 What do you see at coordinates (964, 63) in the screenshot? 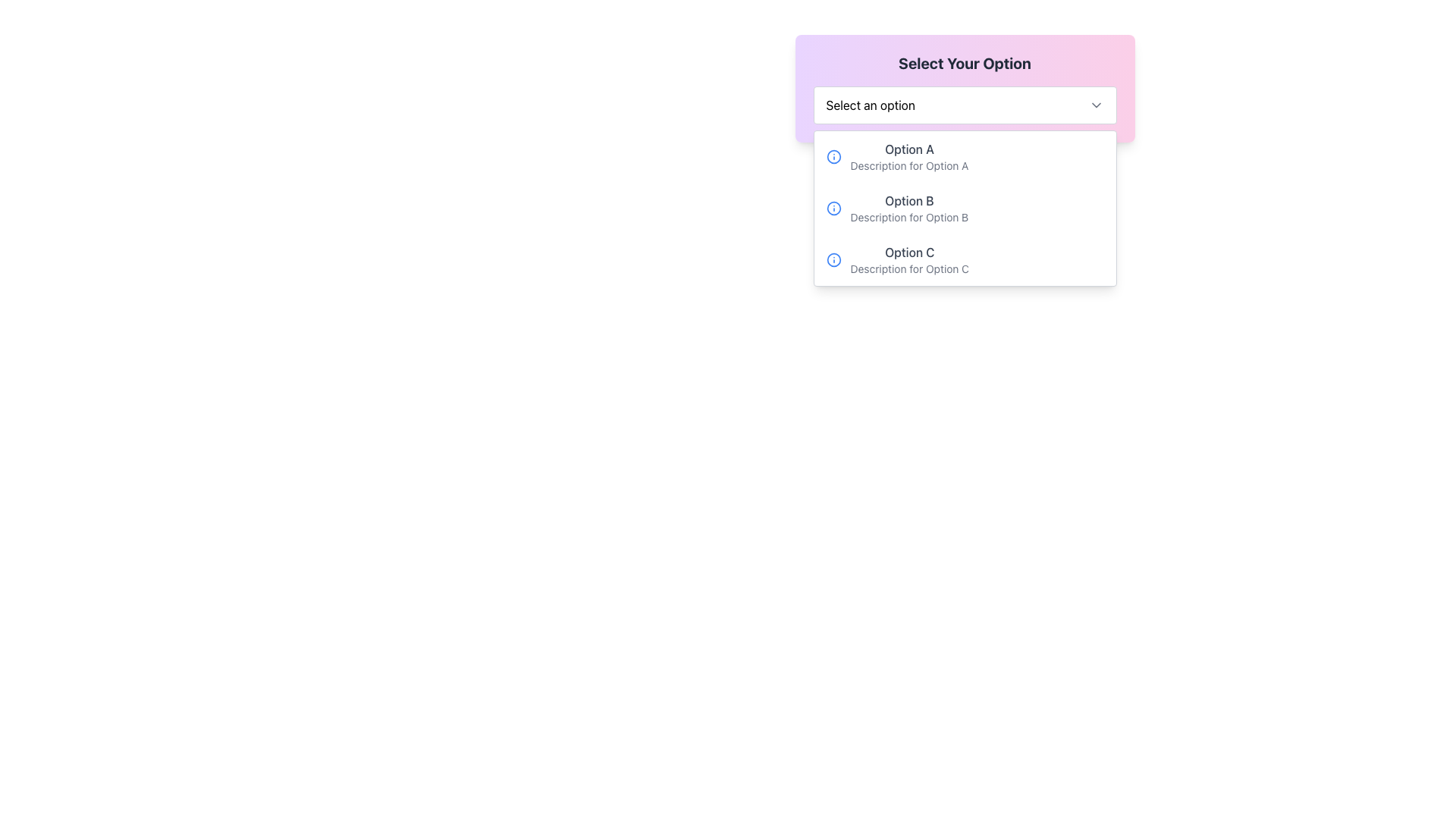
I see `the Text Label at the top of the card-like group, which serves as a title or heading for the section` at bounding box center [964, 63].